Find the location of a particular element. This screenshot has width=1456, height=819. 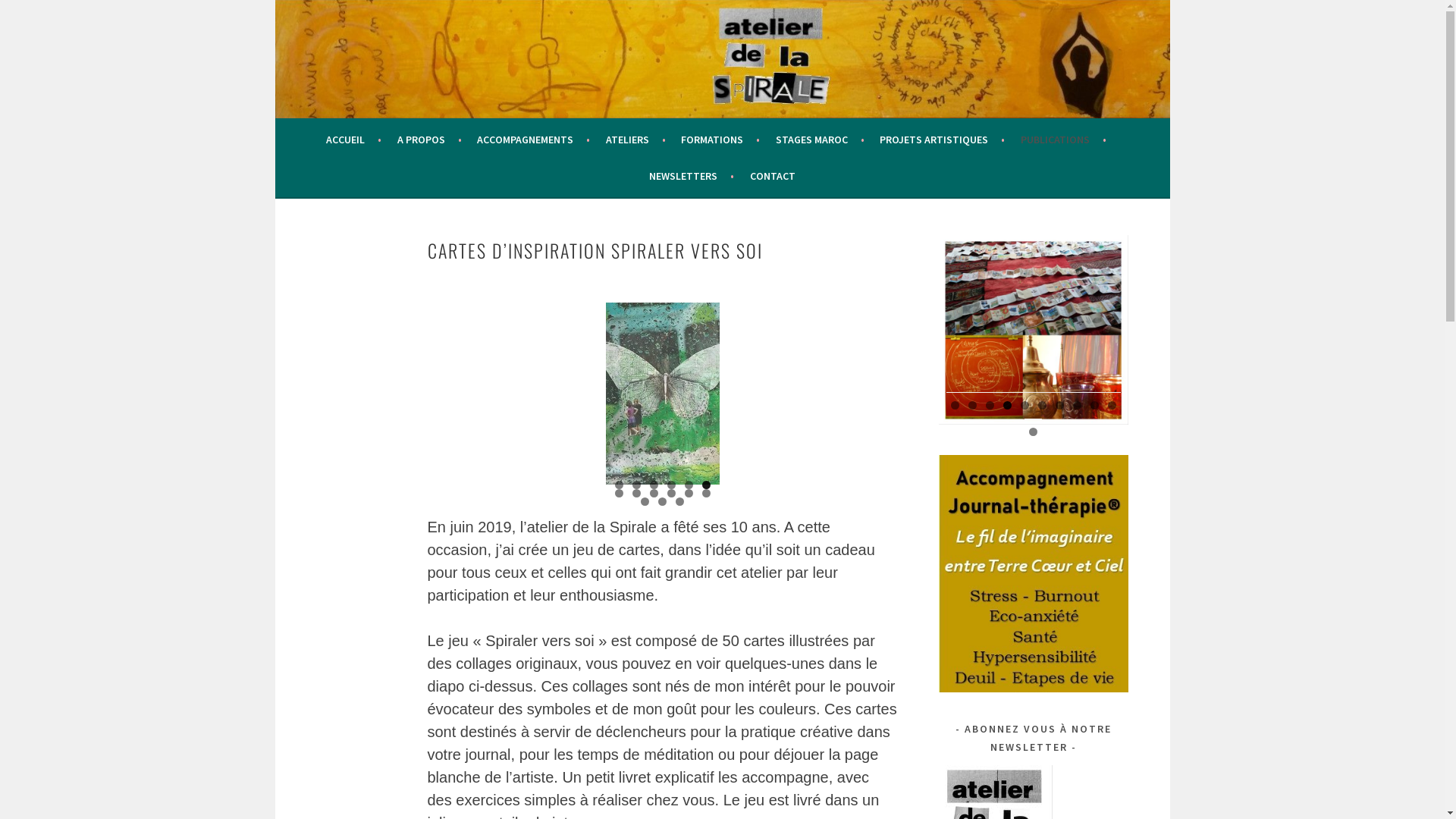

'page04' is located at coordinates (1033, 329).